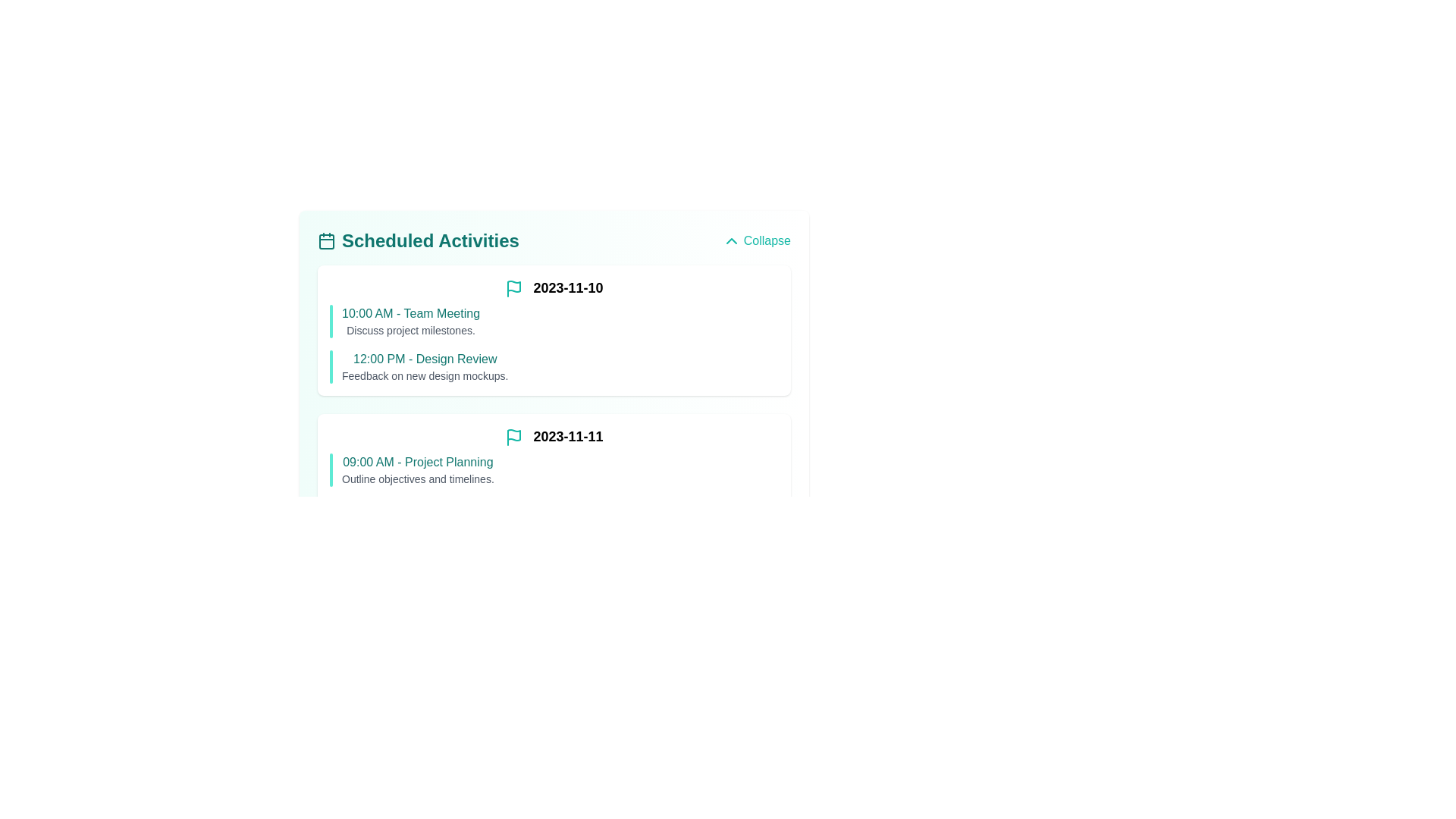  What do you see at coordinates (425, 366) in the screenshot?
I see `the second scheduled event item located in the chronological event list for the date '2023-11-10', positioned between '10:00 AM - Team Meeting' and '09:00 AM - Project Planning'` at bounding box center [425, 366].